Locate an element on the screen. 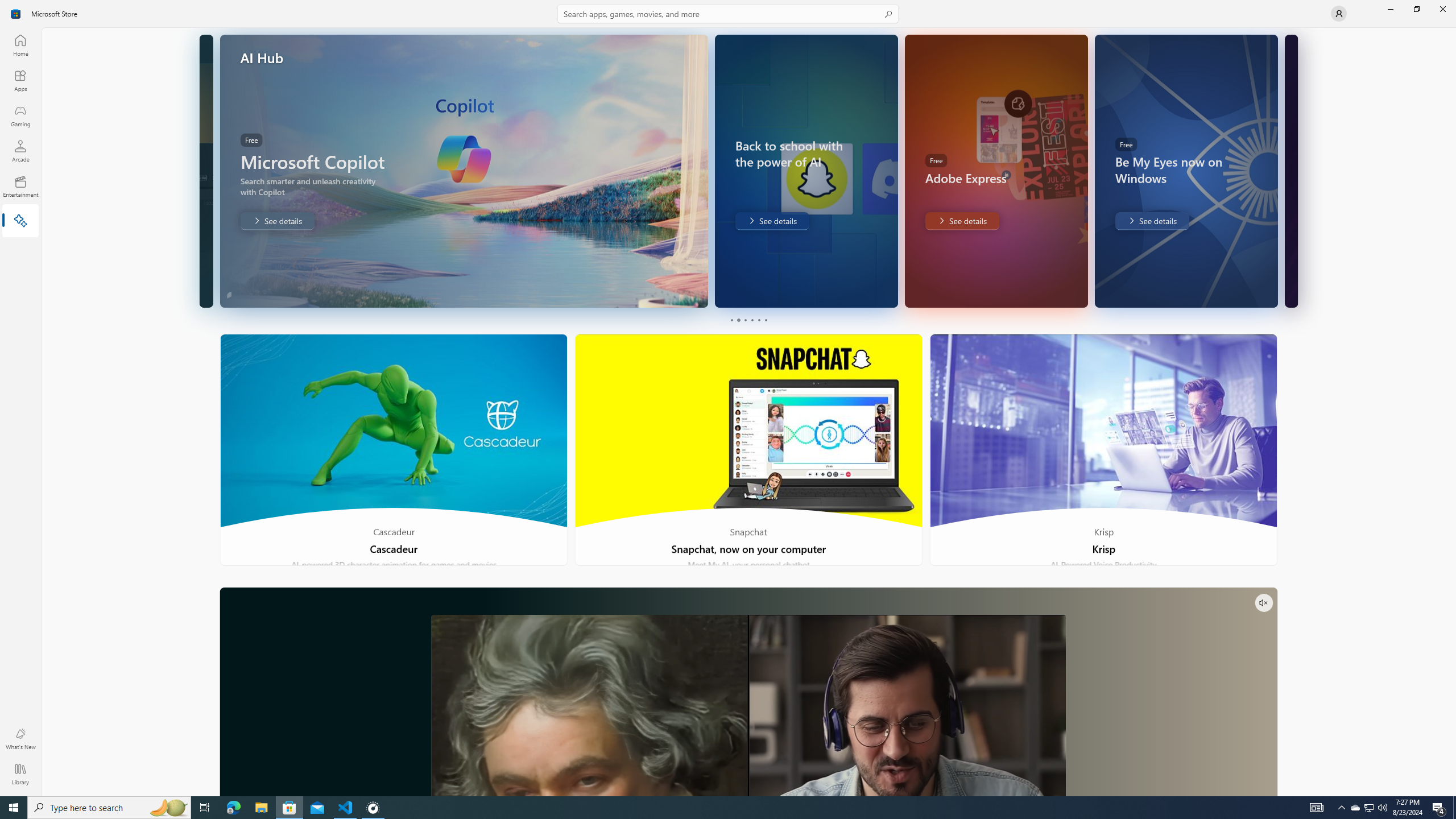  'Pager' is located at coordinates (747, 320).